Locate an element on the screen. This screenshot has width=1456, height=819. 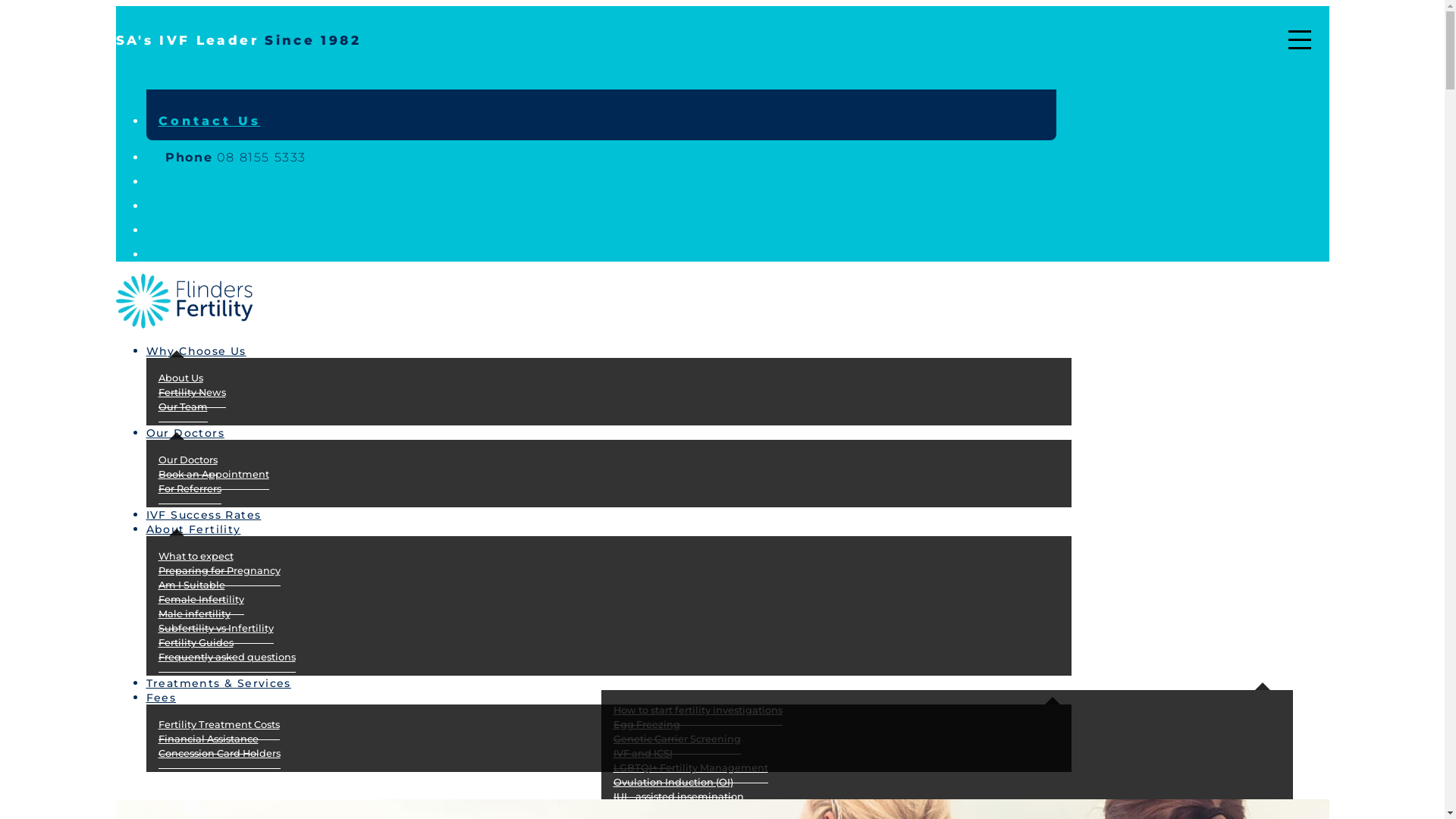
'Genetic Carrier Screening' is located at coordinates (676, 739).